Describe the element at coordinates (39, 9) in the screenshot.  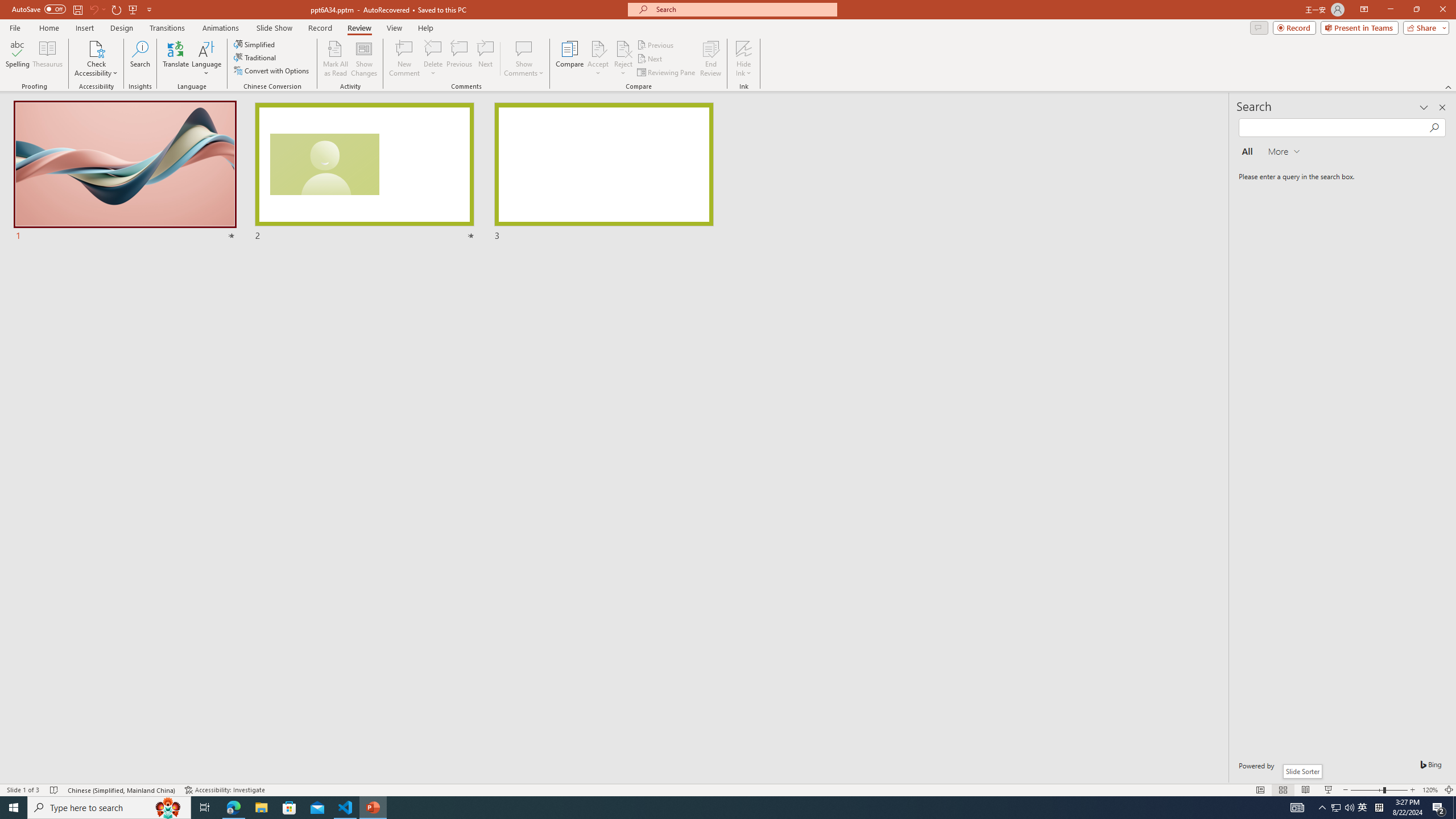
I see `'AutoSave'` at that location.